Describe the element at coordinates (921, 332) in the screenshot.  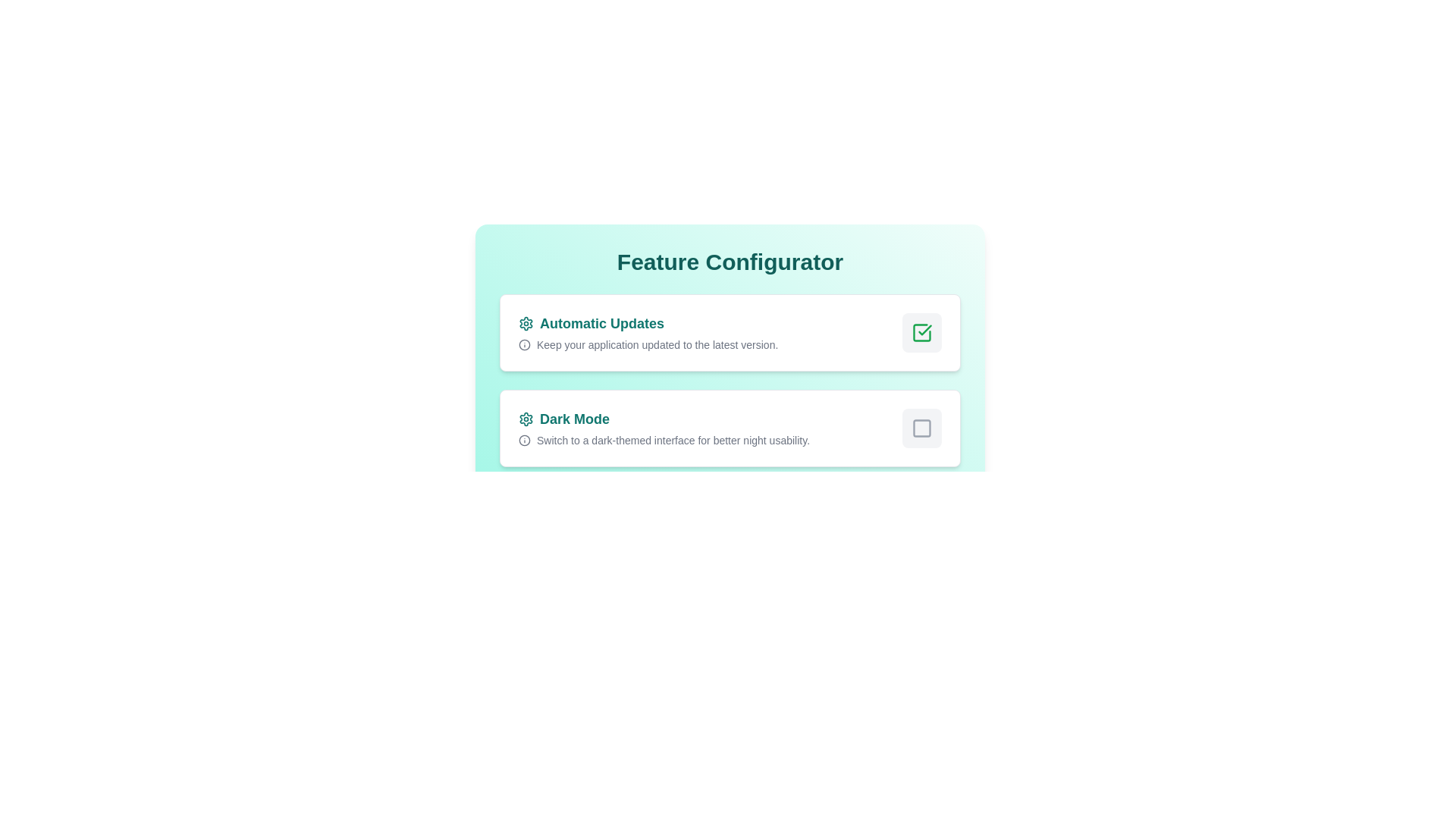
I see `the checkbox that enables or disables the 'Automatic Updates' feature` at that location.